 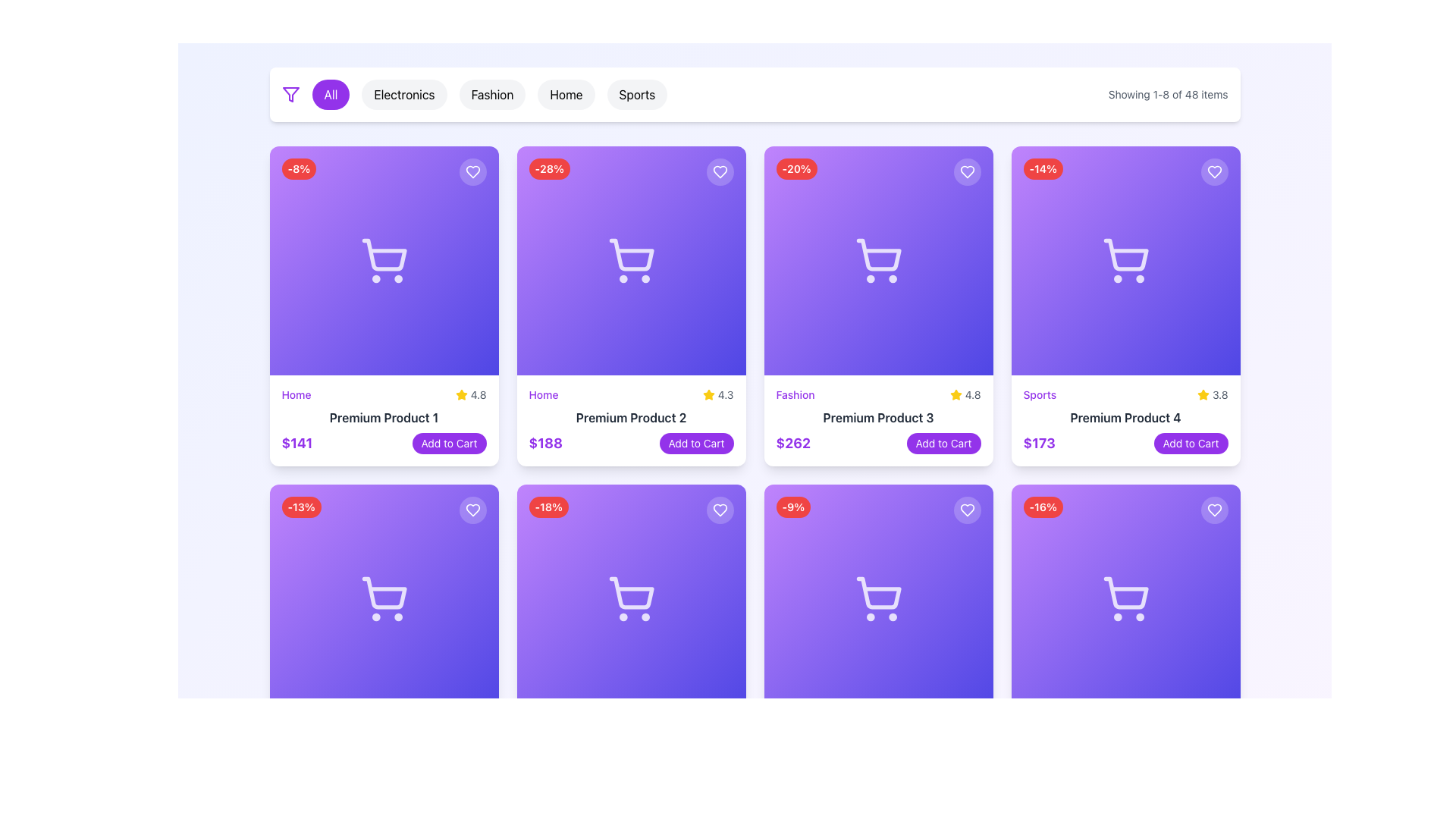 I want to click on the text label positioned in the upper-left corner of the product card, which identifies the category or section of the product, so click(x=296, y=394).